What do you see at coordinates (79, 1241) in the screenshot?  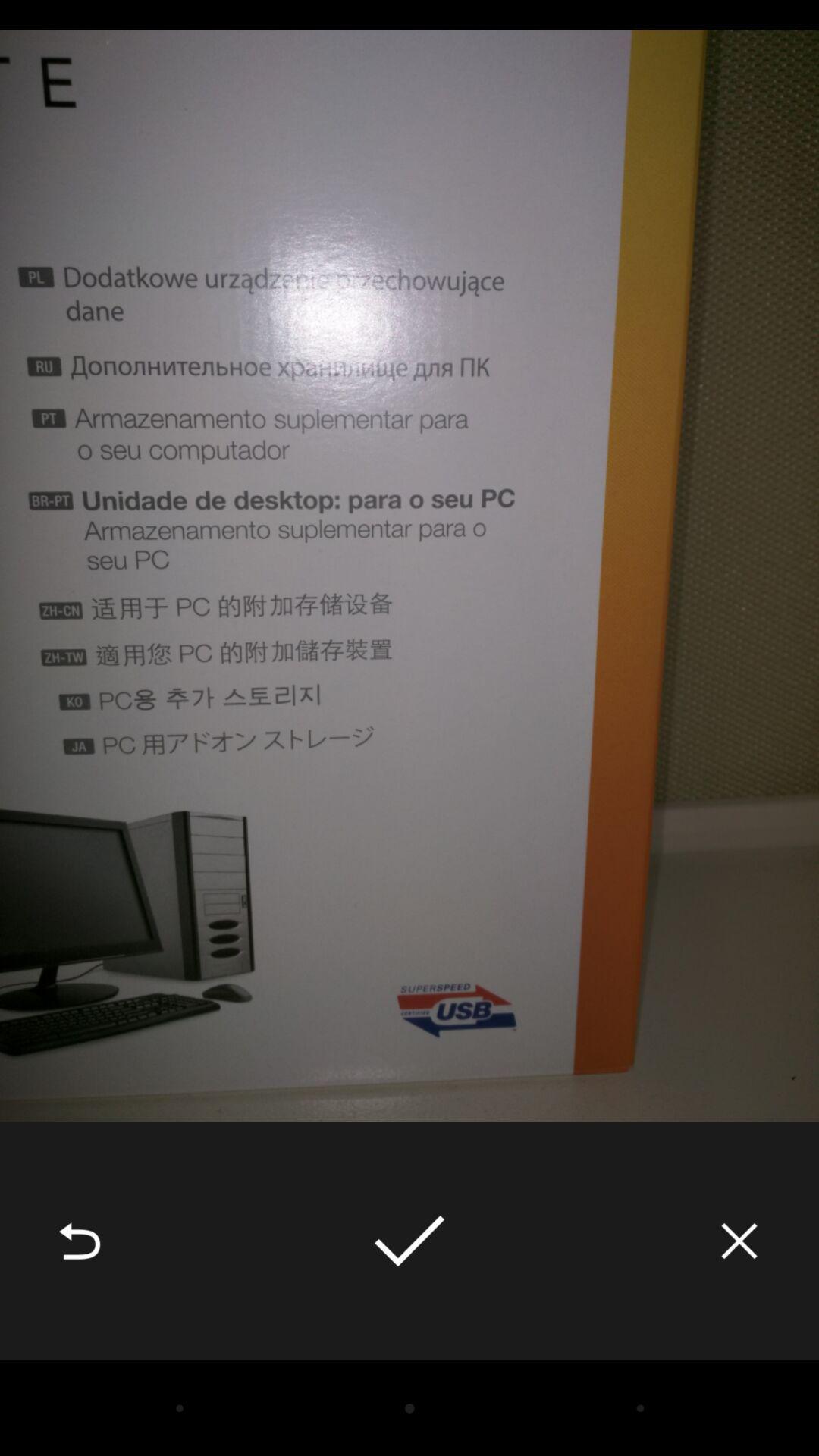 I see `icon at the bottom left corner` at bounding box center [79, 1241].